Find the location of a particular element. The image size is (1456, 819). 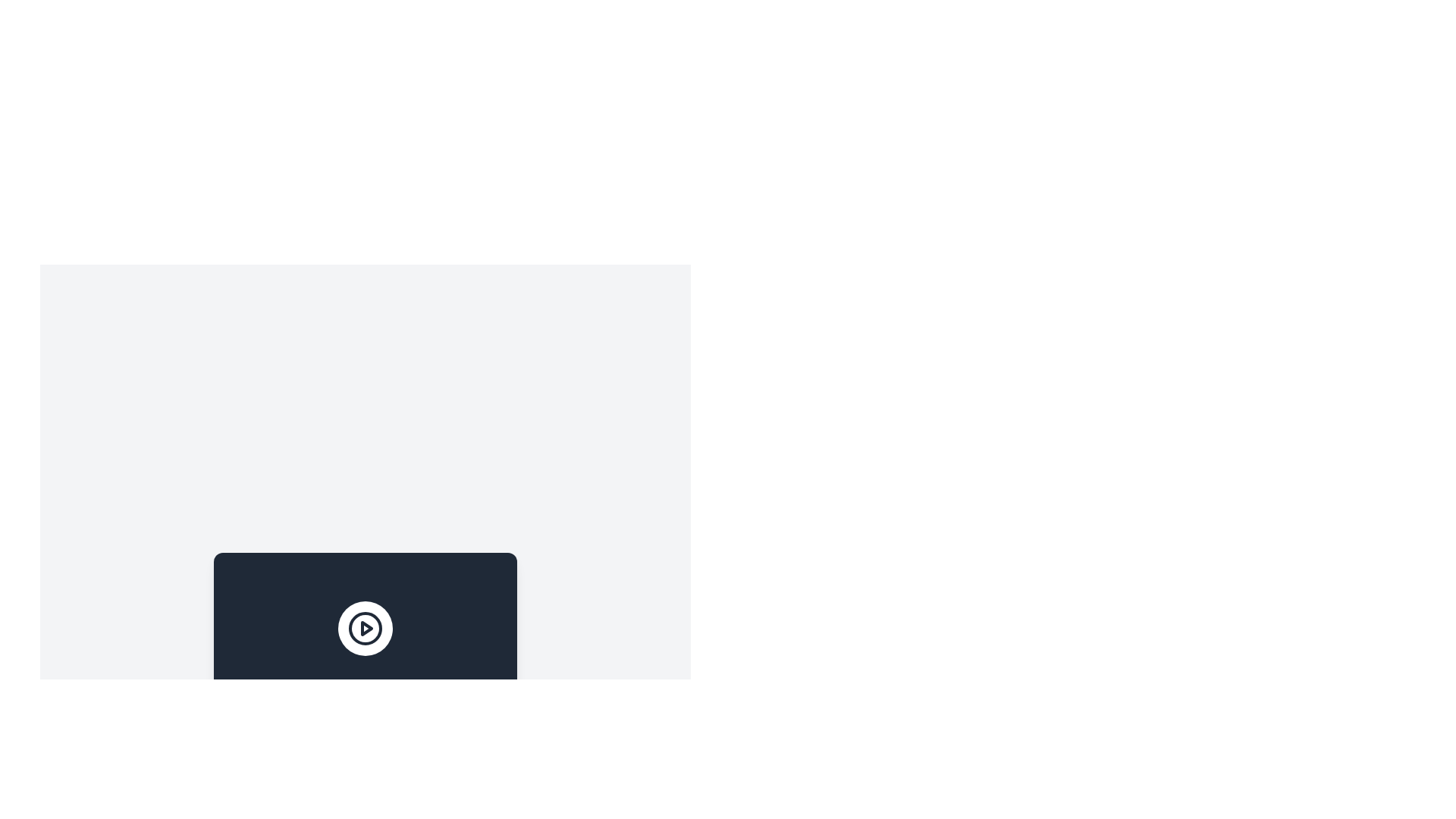

the circular play button located at the center of the dark gray rectangular banner to initiate playback is located at coordinates (365, 629).